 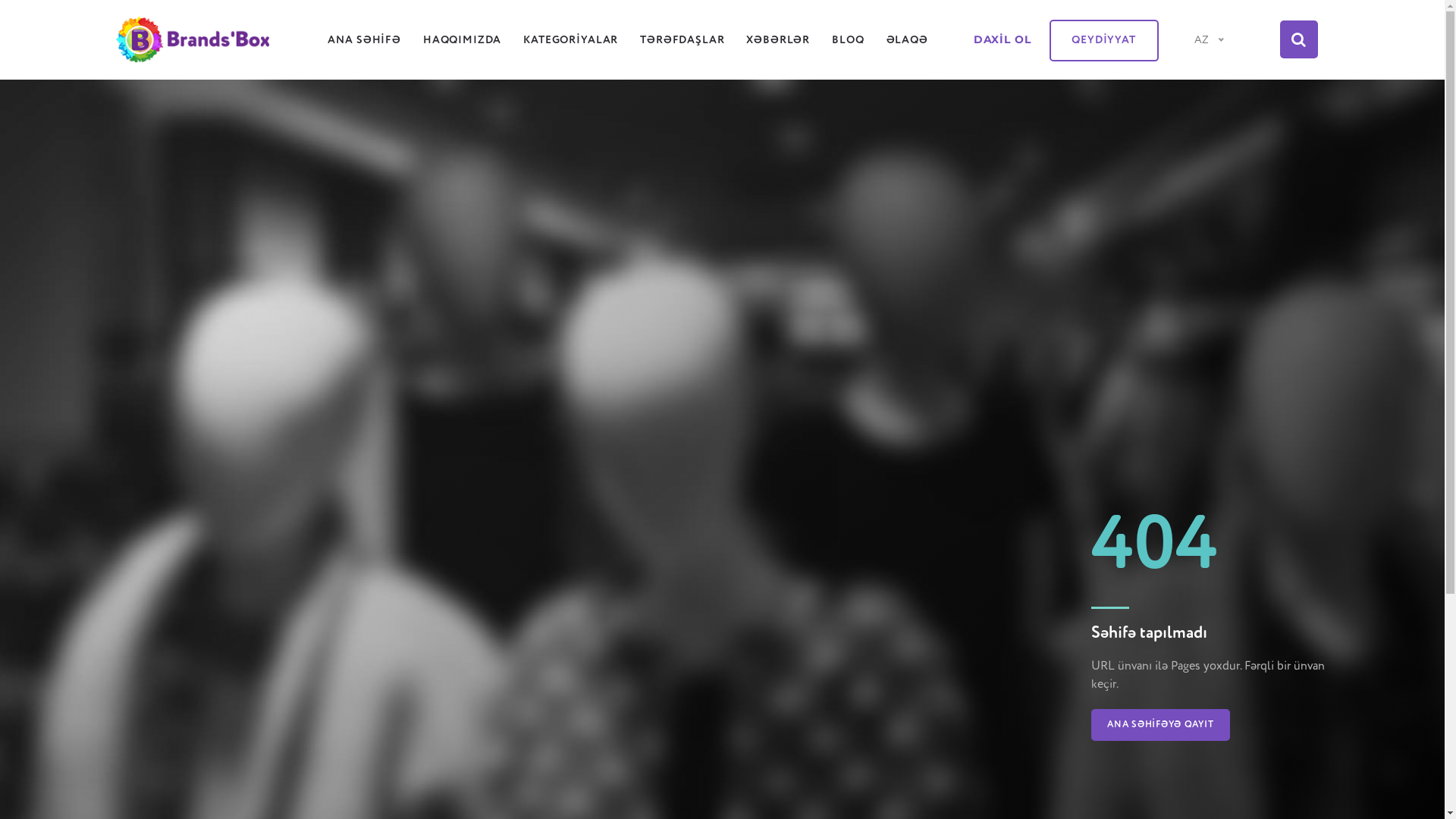 I want to click on 'HAQQIMIZDA', so click(x=461, y=43).